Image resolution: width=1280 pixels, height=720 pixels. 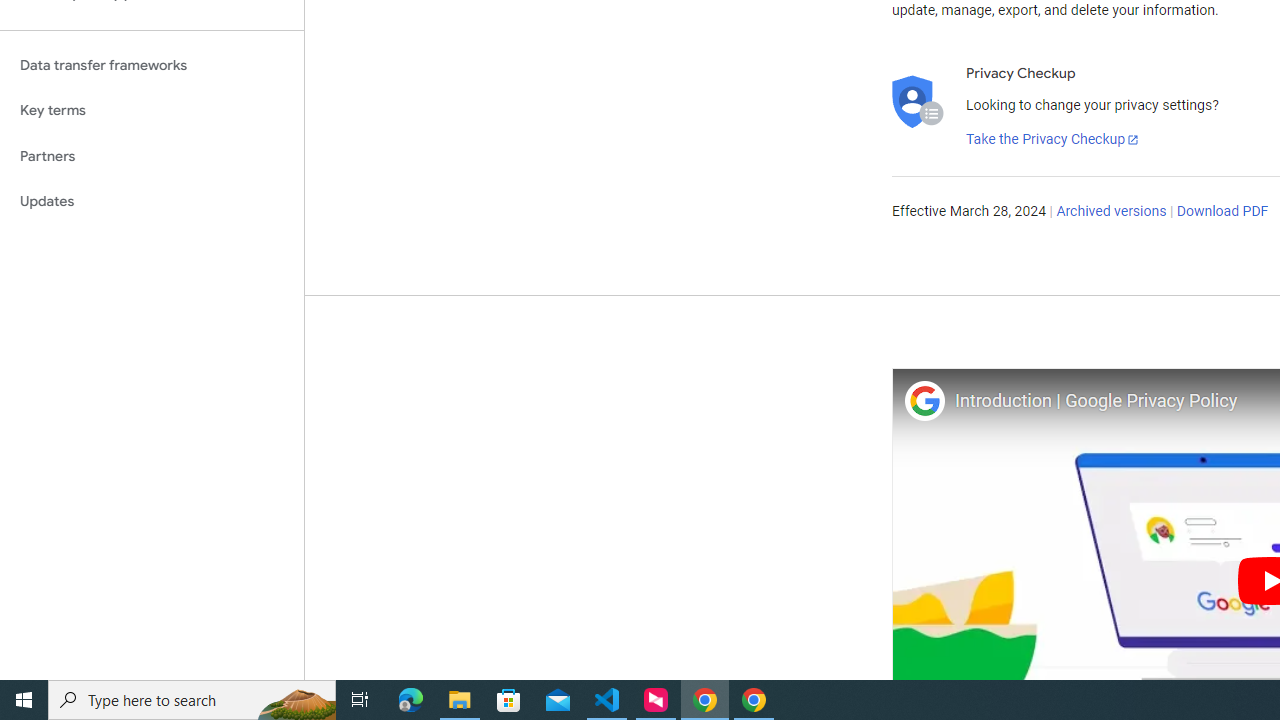 I want to click on 'Take the Privacy Checkup', so click(x=1052, y=139).